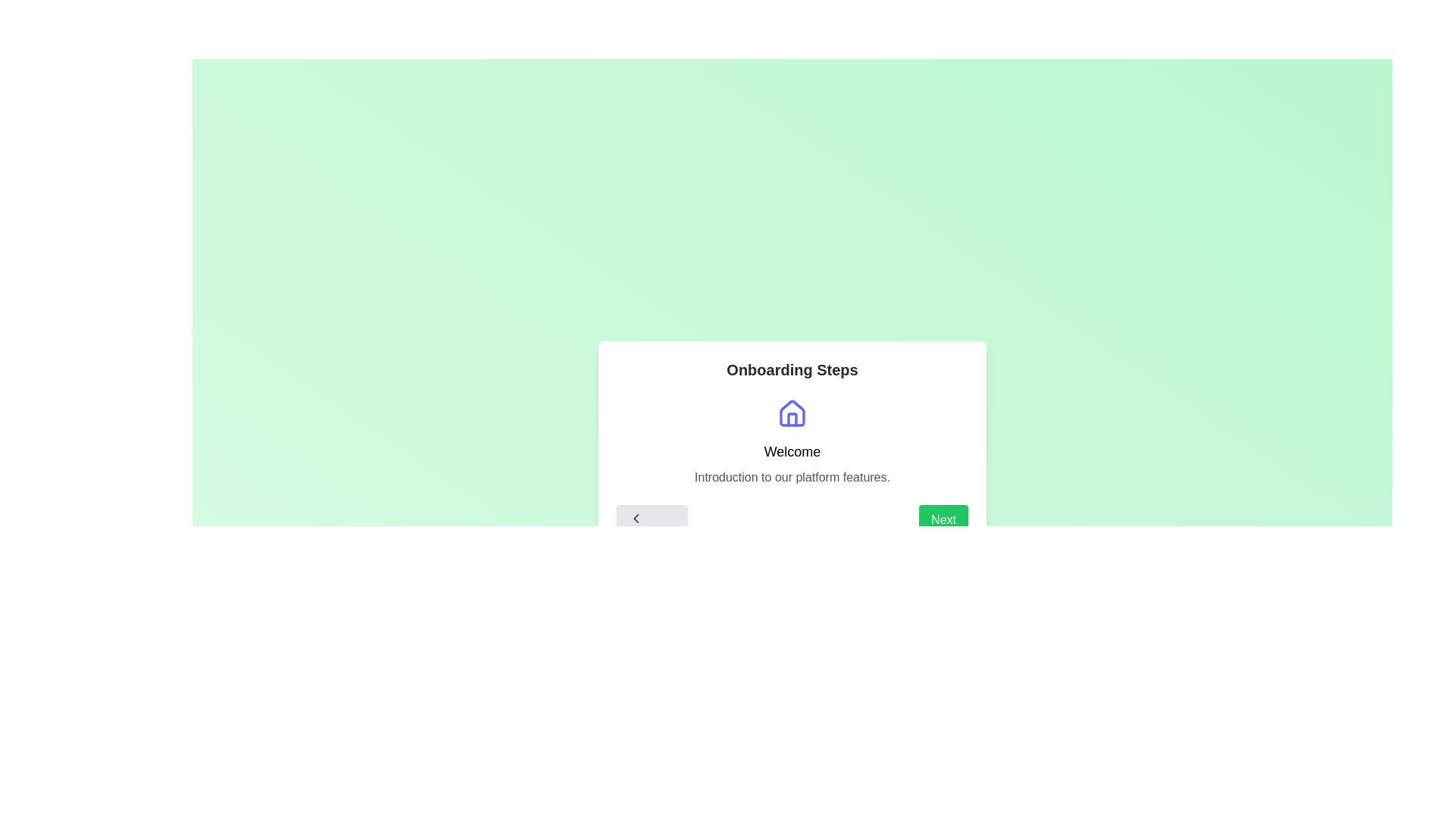 This screenshot has width=1456, height=819. What do you see at coordinates (943, 526) in the screenshot?
I see `the 'Next' button, which is the second interactive button in the bottom control group within the card, to proceed to the next step or page` at bounding box center [943, 526].